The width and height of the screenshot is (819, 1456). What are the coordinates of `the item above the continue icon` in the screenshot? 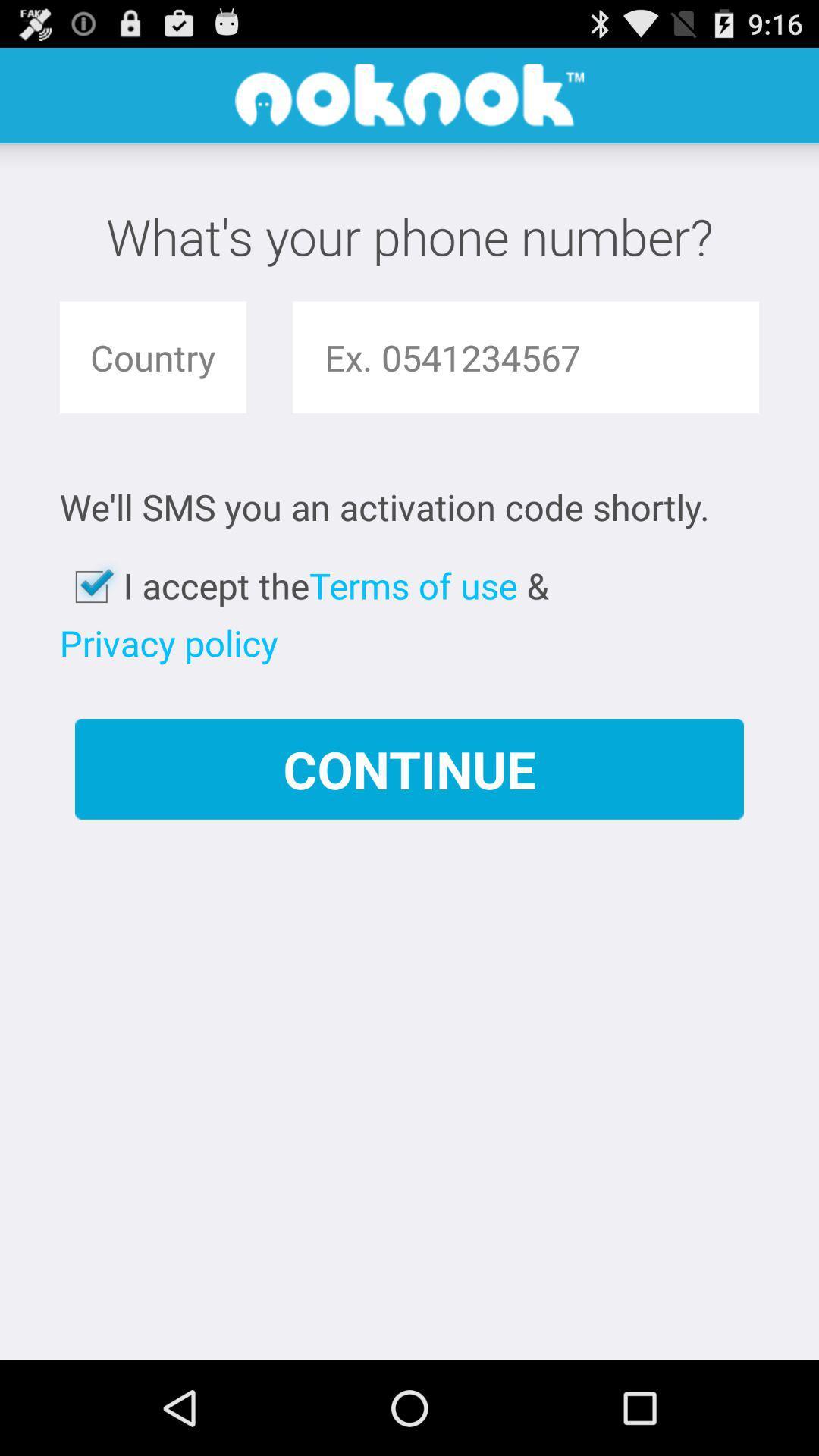 It's located at (413, 585).